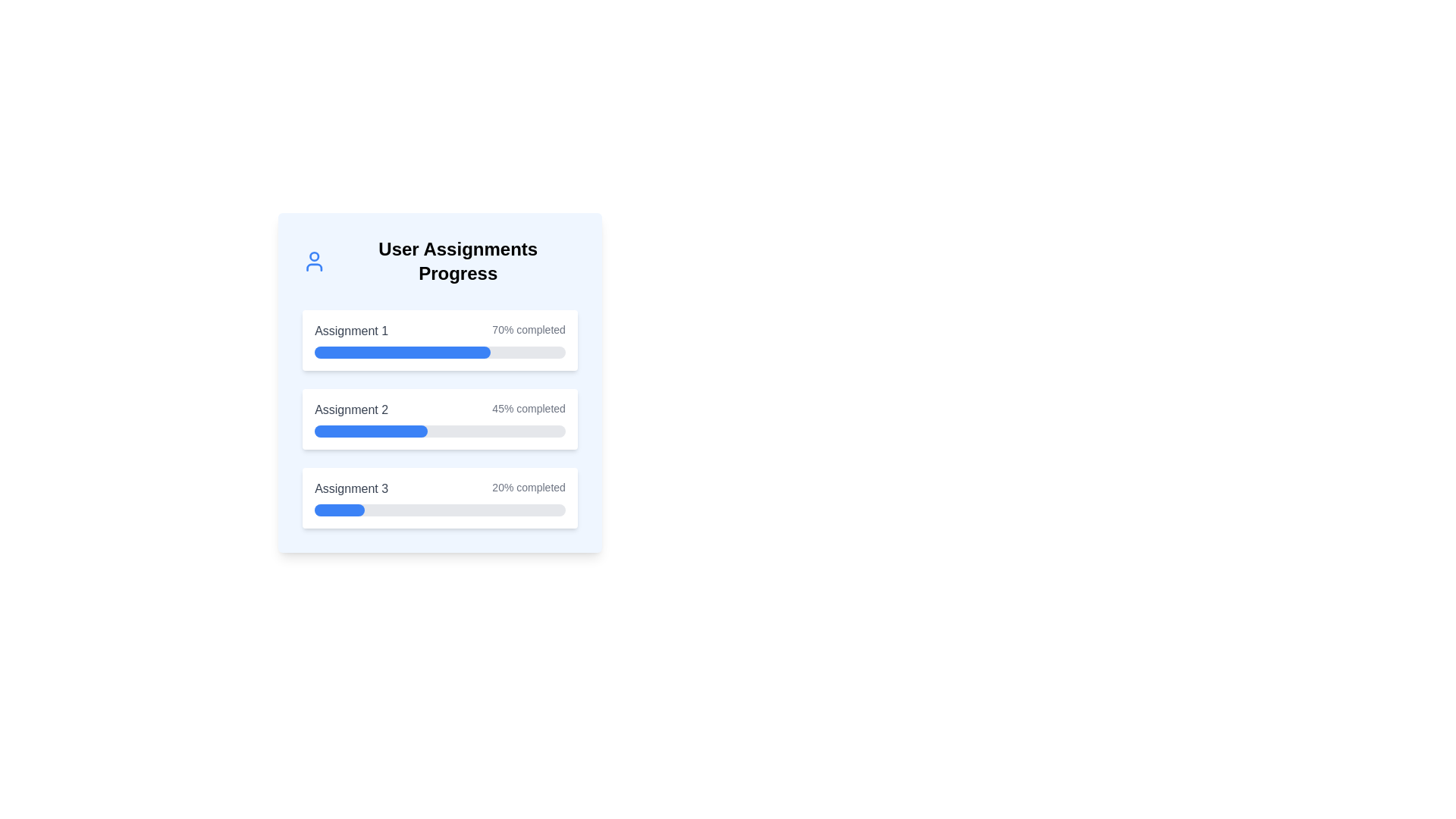  What do you see at coordinates (350, 330) in the screenshot?
I see `the 'Assignment 1' text label which indicates the specific assignment in the progress list` at bounding box center [350, 330].